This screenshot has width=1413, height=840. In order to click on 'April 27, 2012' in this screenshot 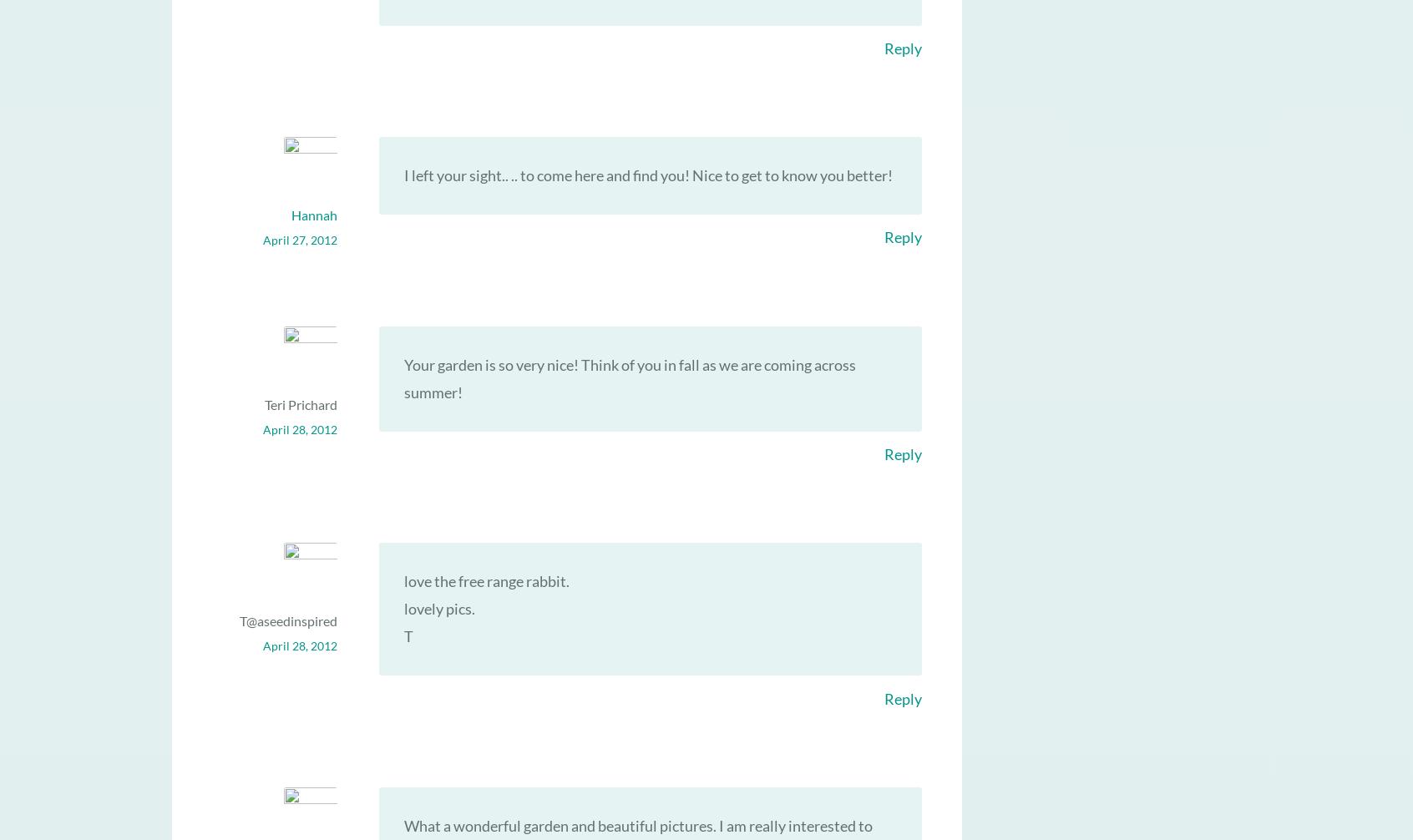, I will do `click(300, 239)`.